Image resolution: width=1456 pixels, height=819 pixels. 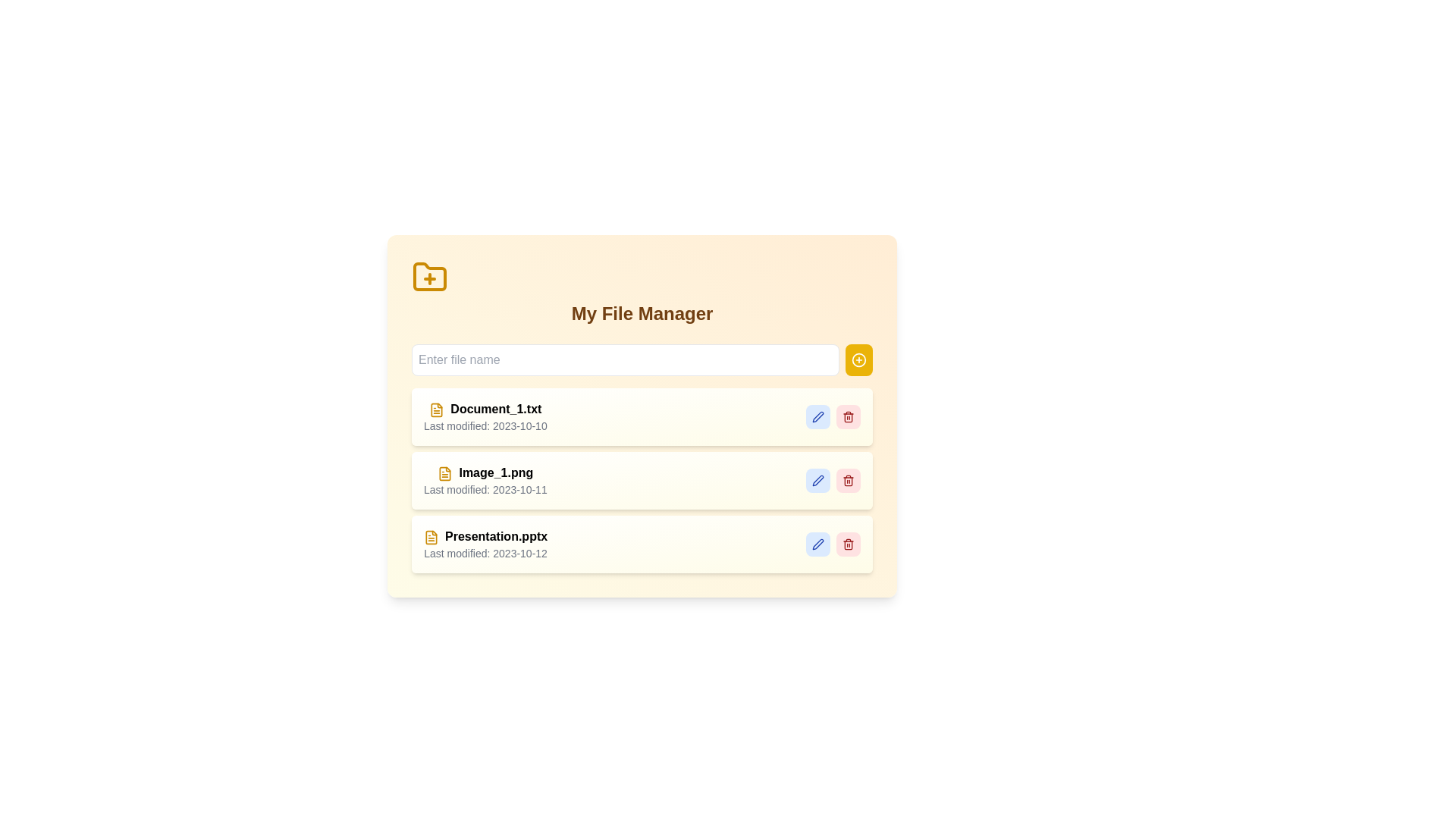 I want to click on the edit button located to the right of the 'Document_1.txt' file entry in the file manager interface to initiate edit, so click(x=817, y=417).